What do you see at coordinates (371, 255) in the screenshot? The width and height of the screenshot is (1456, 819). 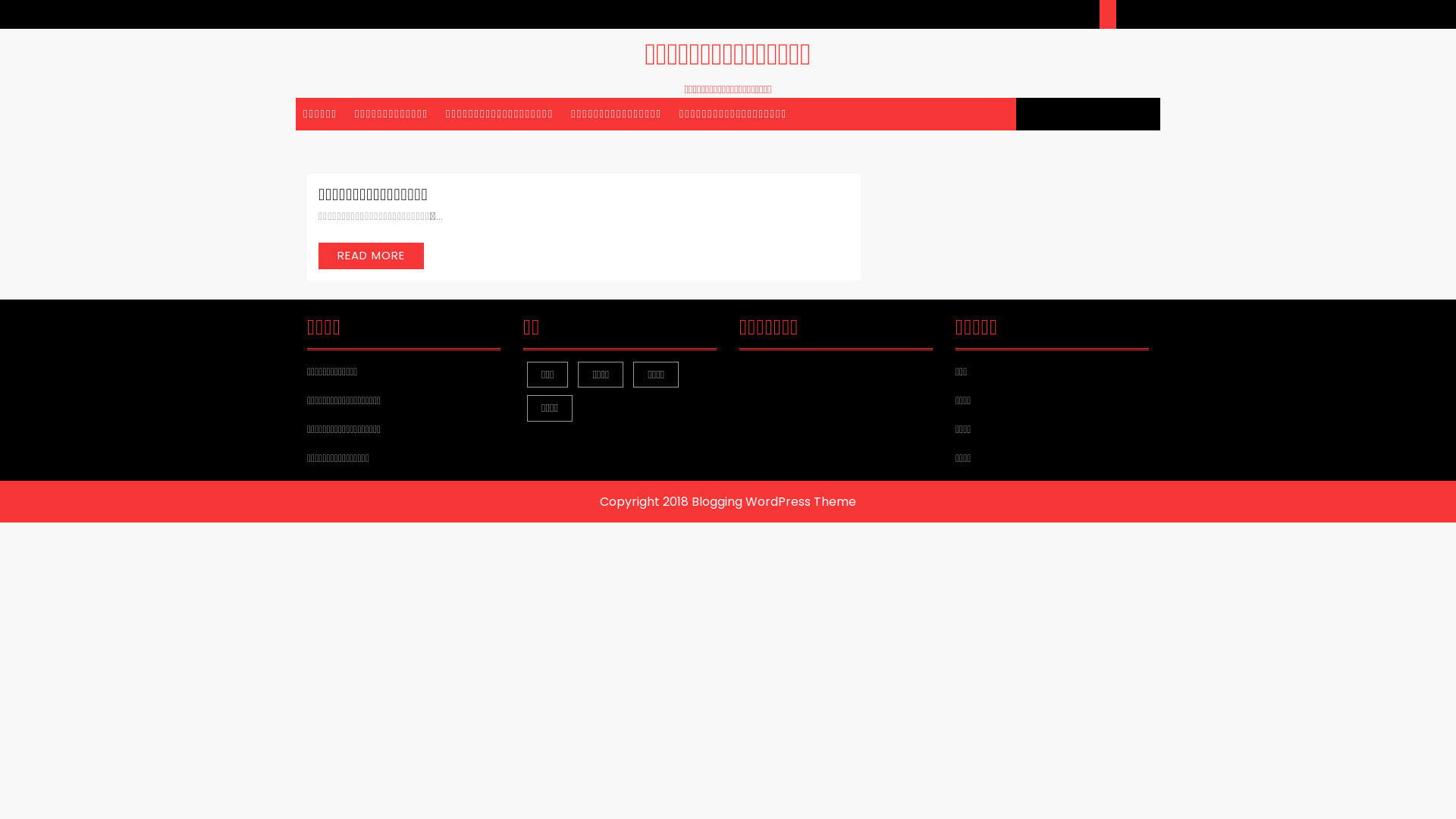 I see `'READ MORE'` at bounding box center [371, 255].